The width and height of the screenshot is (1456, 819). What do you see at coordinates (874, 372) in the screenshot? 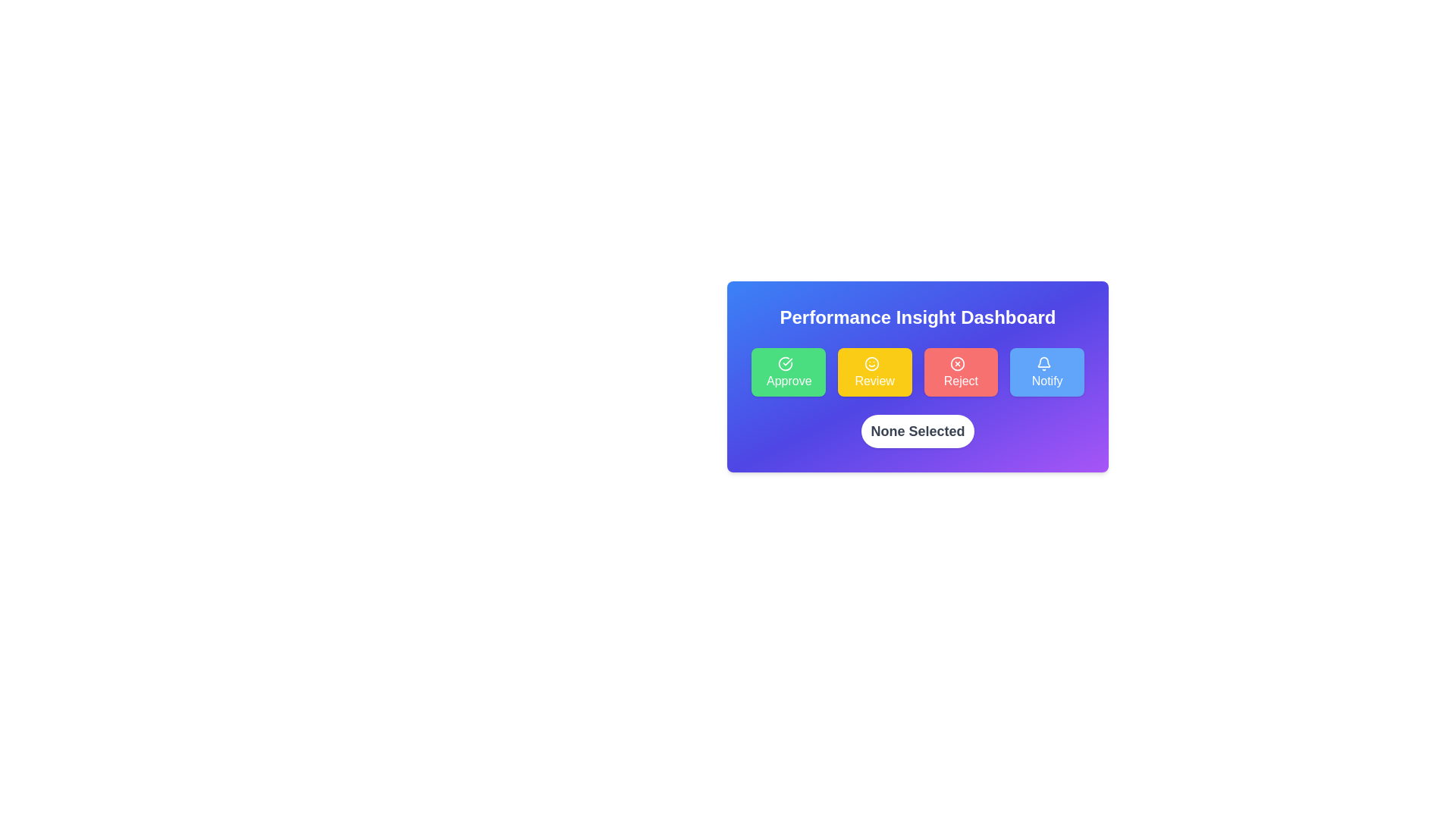
I see `the 'Review' button, which is the second button in a horizontal row of four buttons, positioned between the 'Approve' button on the left and the 'Reject' button on the right` at bounding box center [874, 372].